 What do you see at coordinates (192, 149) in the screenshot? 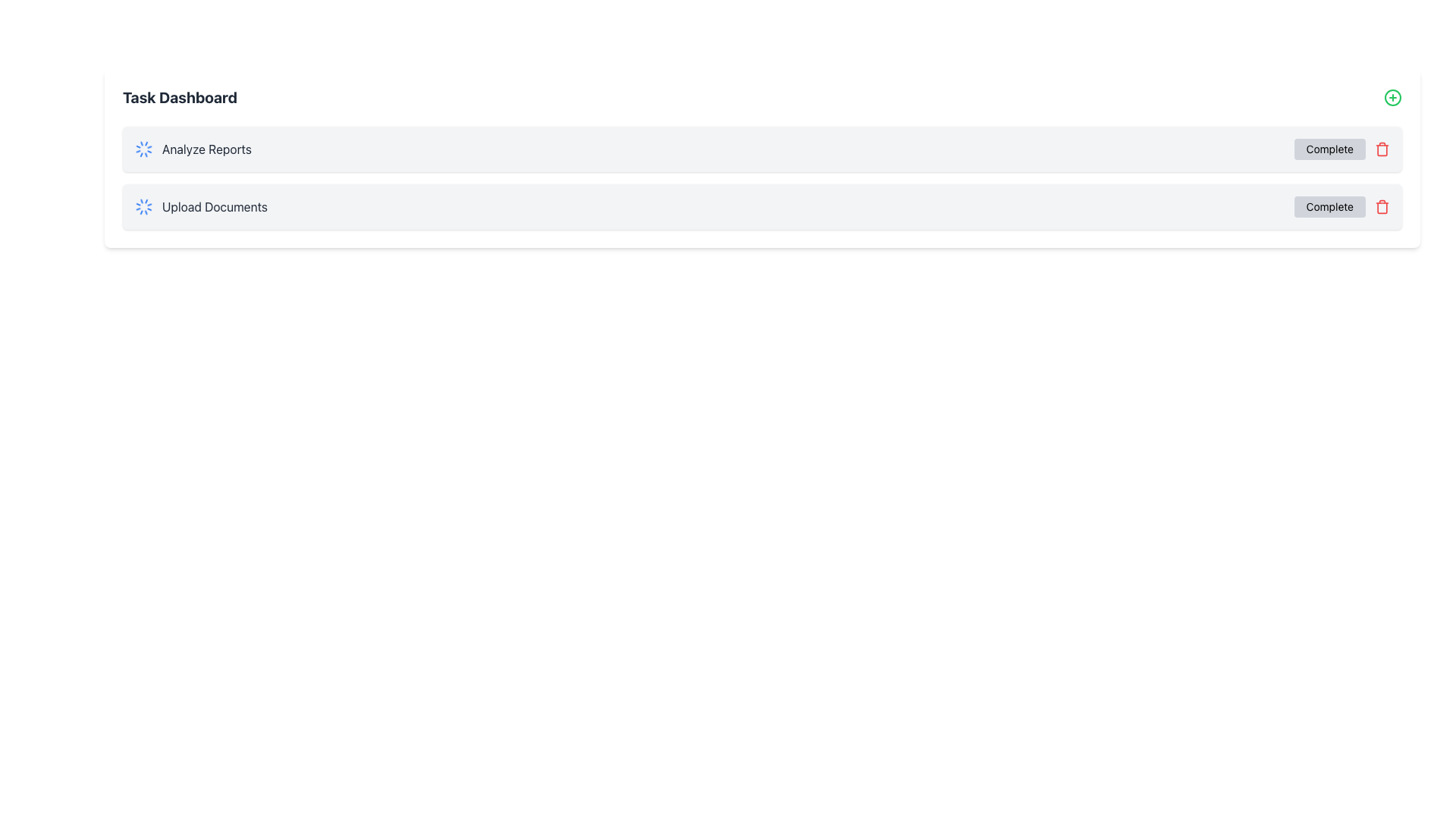
I see `the group containing the spinning loader icon and the text 'Analyze Reports'` at bounding box center [192, 149].